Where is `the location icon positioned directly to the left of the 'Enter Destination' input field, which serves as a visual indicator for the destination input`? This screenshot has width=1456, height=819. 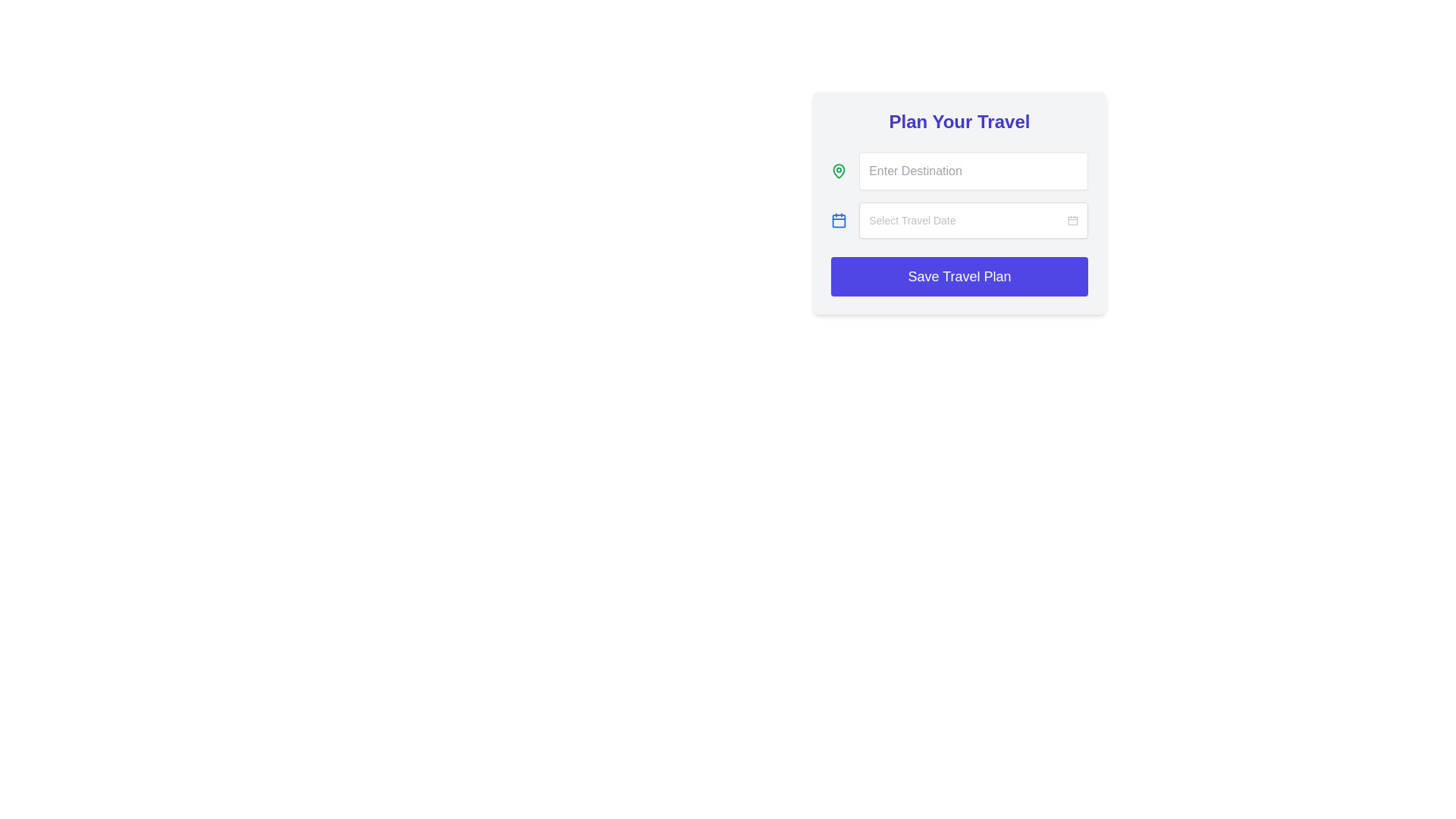
the location icon positioned directly to the left of the 'Enter Destination' input field, which serves as a visual indicator for the destination input is located at coordinates (838, 171).